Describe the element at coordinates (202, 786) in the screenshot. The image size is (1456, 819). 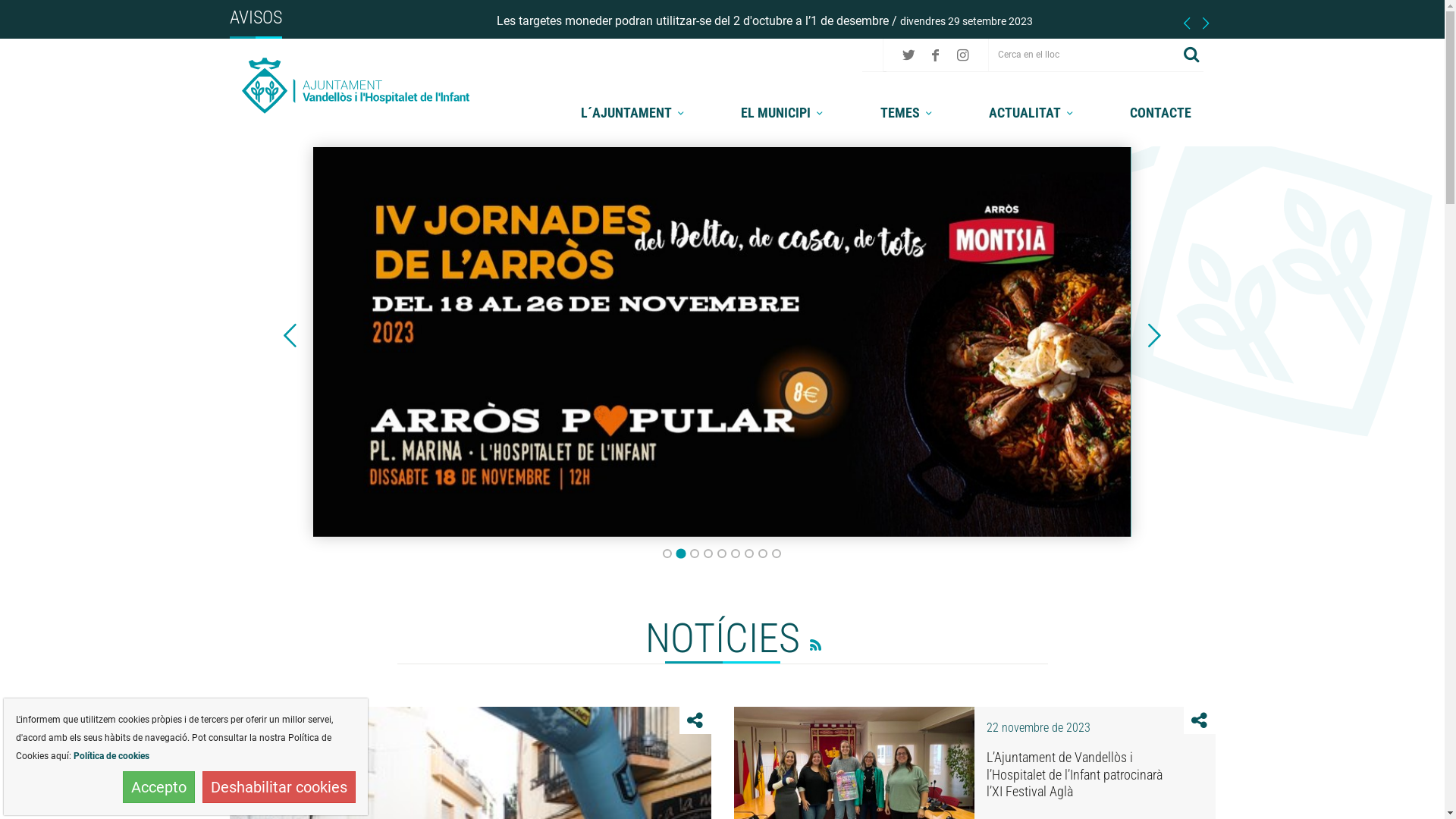
I see `'Deshabilitar cookies'` at that location.